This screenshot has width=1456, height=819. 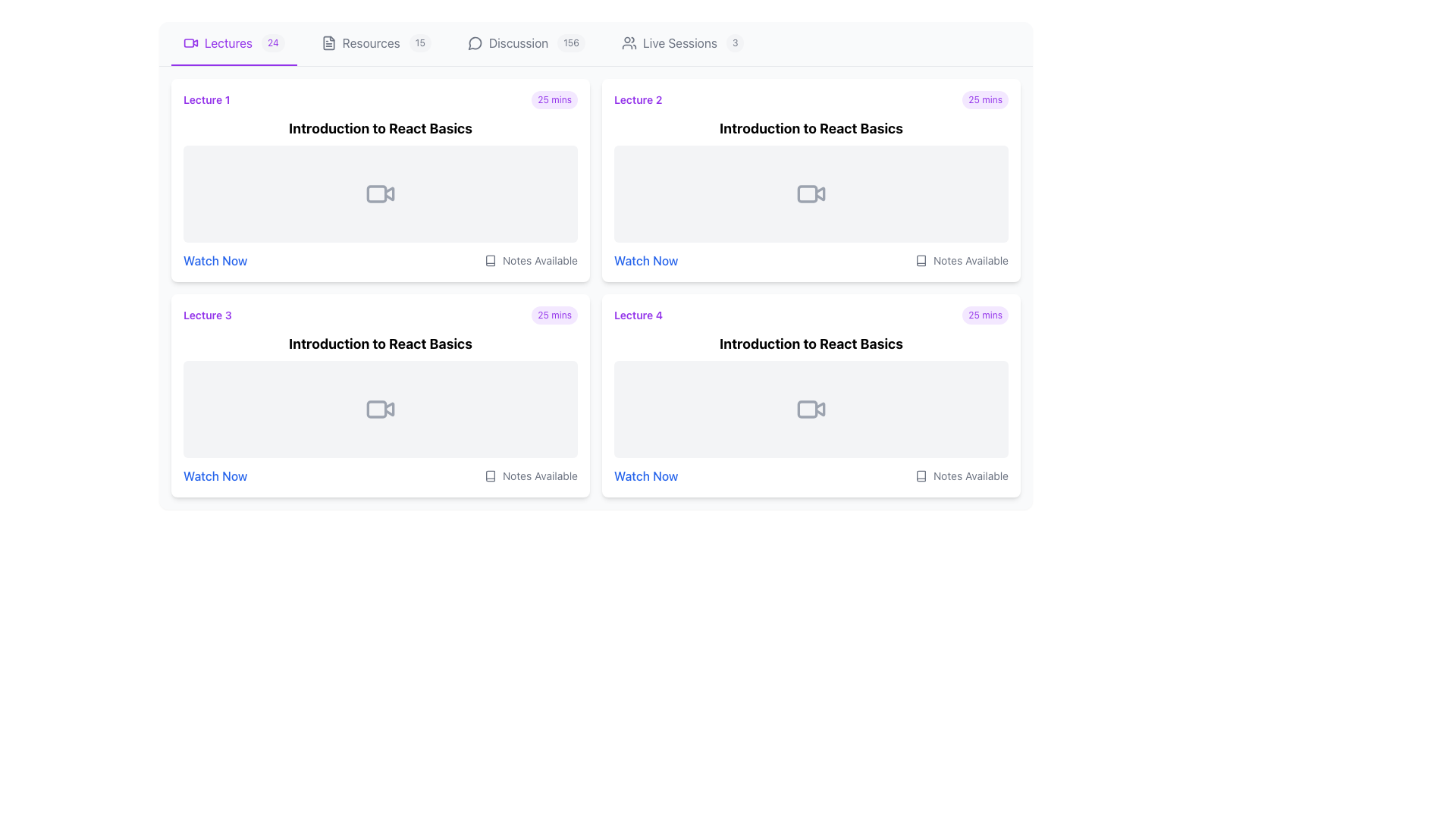 What do you see at coordinates (491, 259) in the screenshot?
I see `the book icon that is part of the 'Notes Available' text, located to the left of the text and aligned vertically in the center, below the video thumbnail area for Lecture 1` at bounding box center [491, 259].